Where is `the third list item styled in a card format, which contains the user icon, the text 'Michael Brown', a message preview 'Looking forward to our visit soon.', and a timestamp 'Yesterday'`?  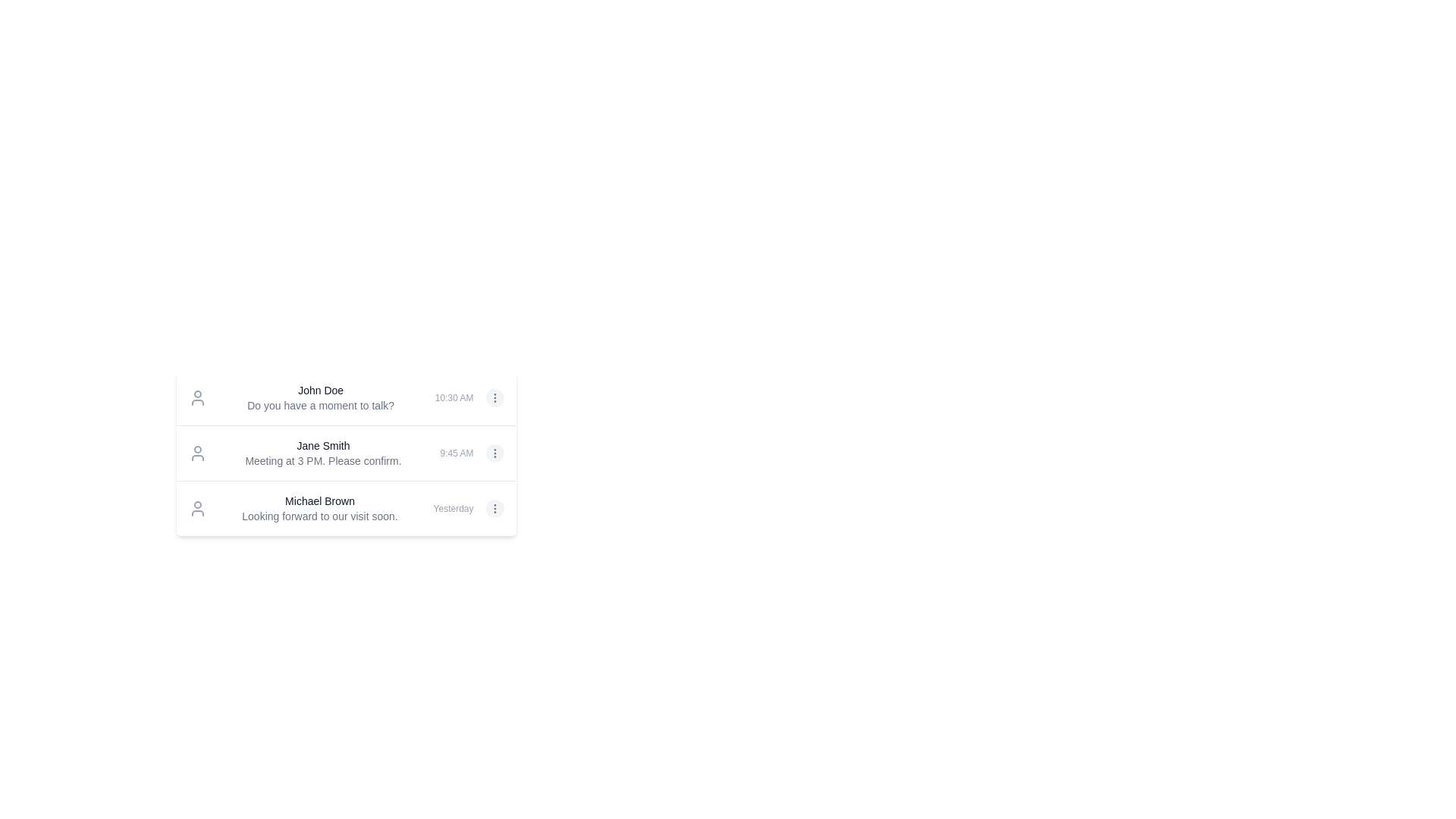 the third list item styled in a card format, which contains the user icon, the text 'Michael Brown', a message preview 'Looking forward to our visit soon.', and a timestamp 'Yesterday' is located at coordinates (345, 508).